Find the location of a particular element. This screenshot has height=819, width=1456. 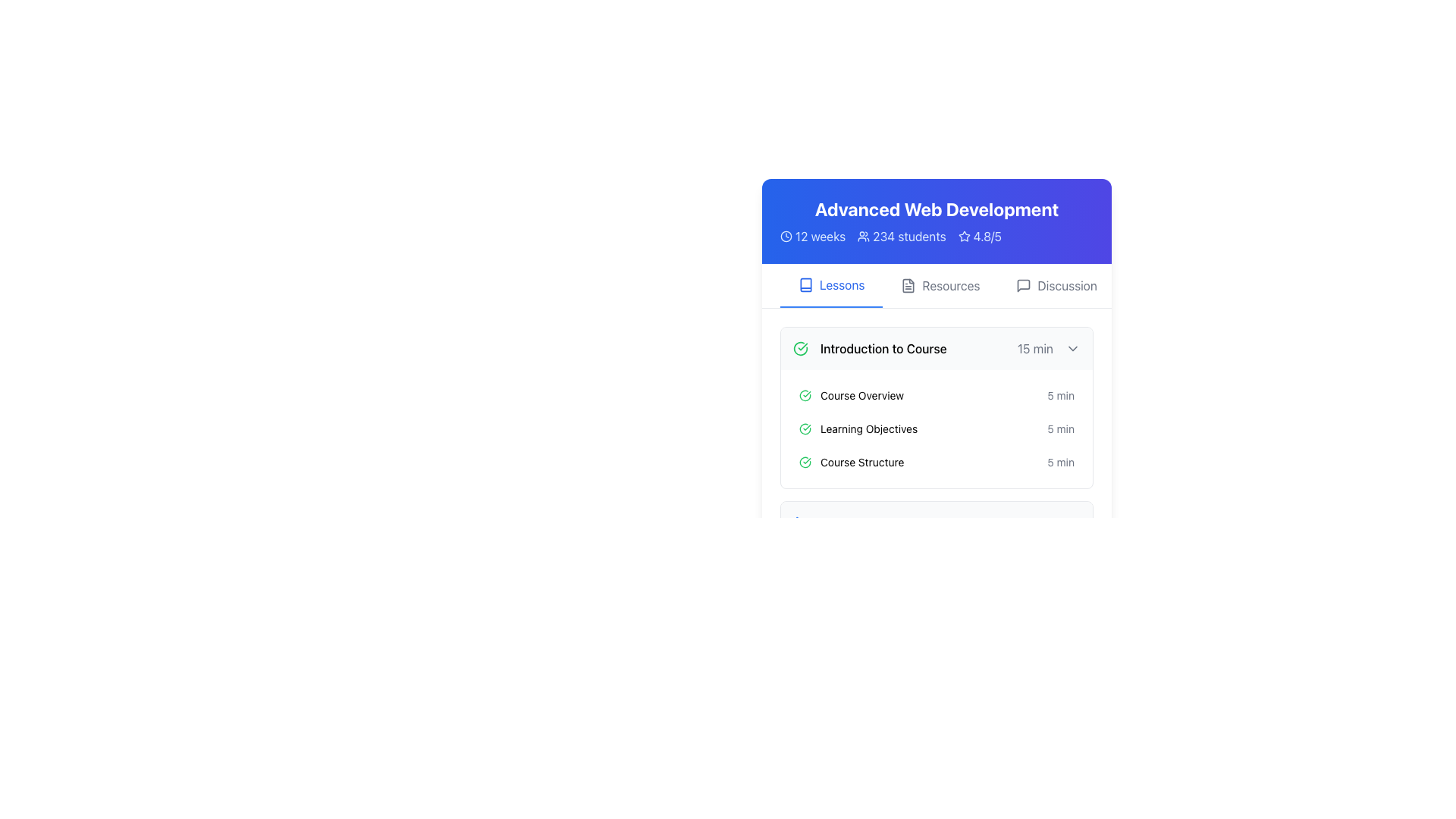

the text component displaying '4.8/5' with a star icon on its left, which is part of a row of related components is located at coordinates (980, 237).